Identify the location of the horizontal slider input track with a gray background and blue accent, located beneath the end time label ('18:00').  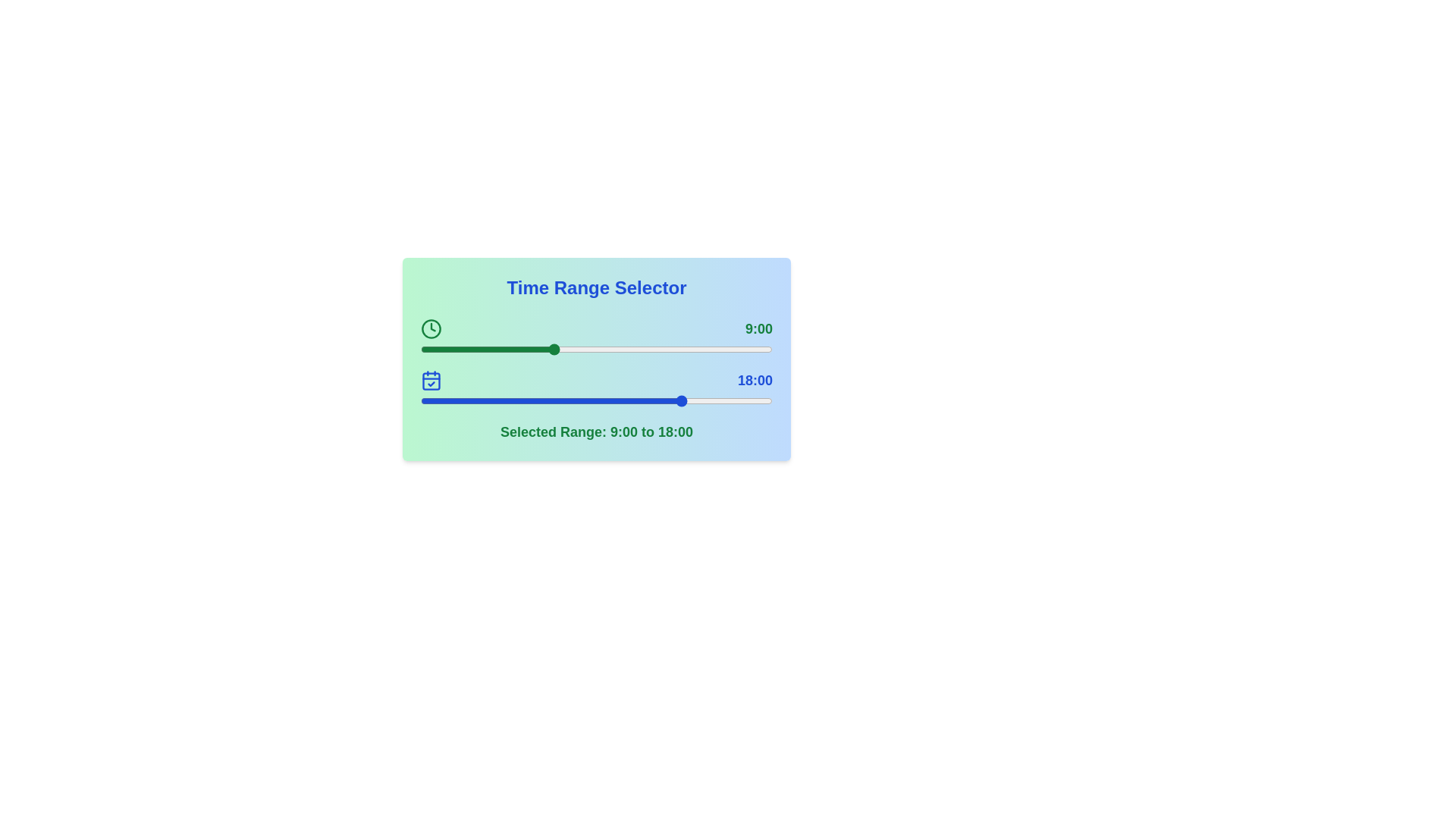
(596, 400).